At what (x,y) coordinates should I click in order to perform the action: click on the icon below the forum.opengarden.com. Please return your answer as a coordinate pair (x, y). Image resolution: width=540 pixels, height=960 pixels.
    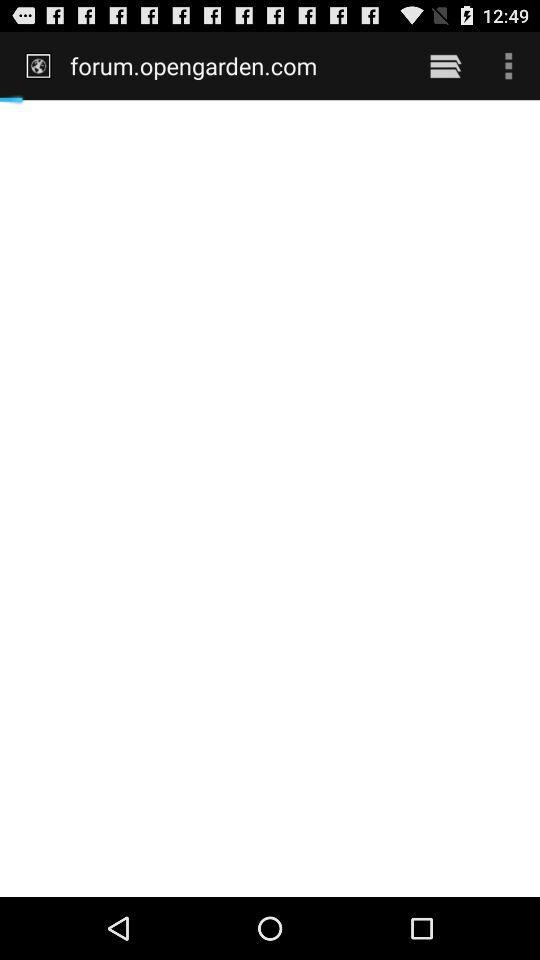
    Looking at the image, I should click on (270, 497).